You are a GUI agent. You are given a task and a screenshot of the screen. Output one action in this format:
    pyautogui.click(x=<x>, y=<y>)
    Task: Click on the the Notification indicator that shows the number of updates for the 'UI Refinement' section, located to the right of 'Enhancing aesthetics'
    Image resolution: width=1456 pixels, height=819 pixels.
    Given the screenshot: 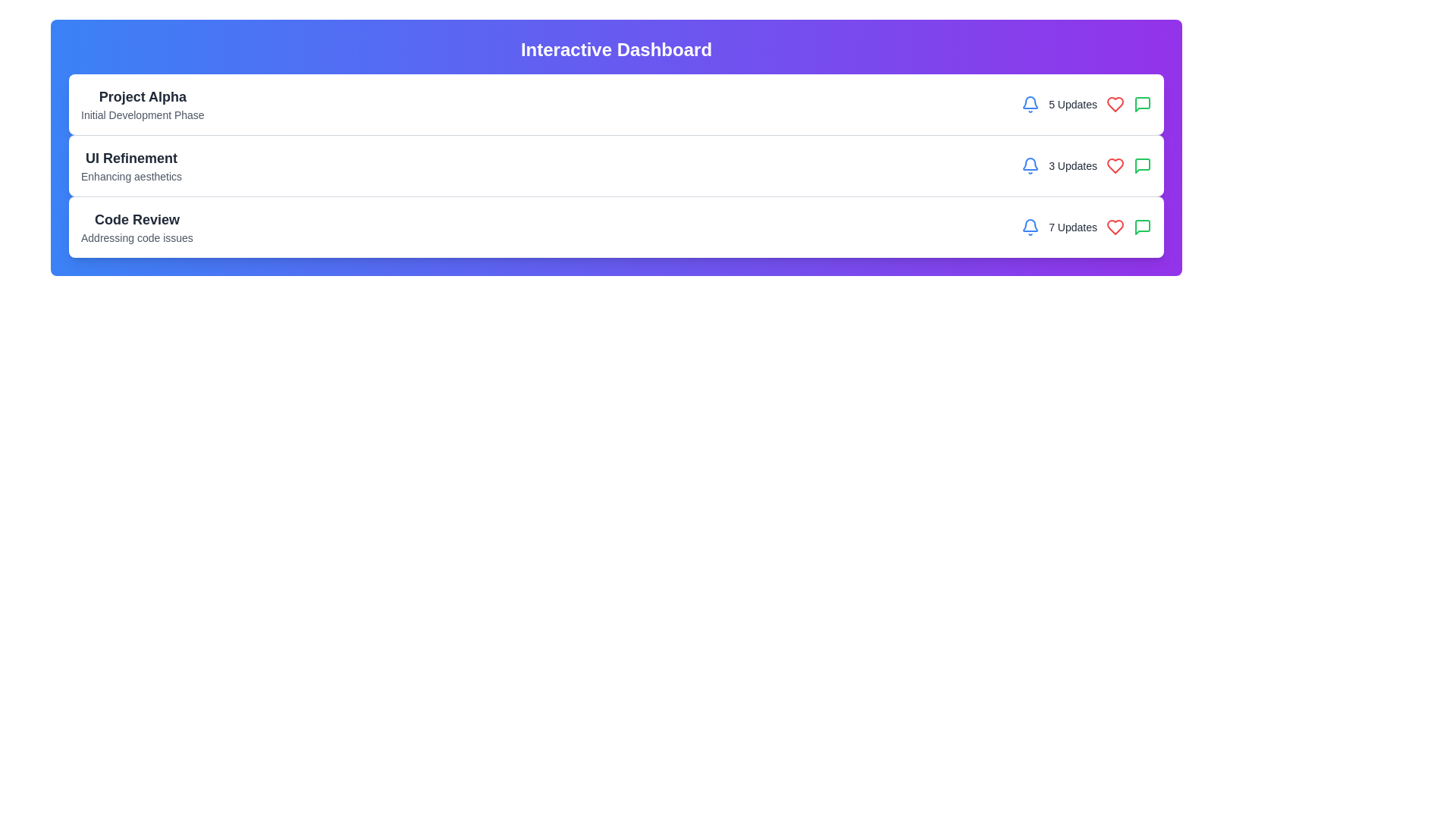 What is the action you would take?
    pyautogui.click(x=1086, y=166)
    